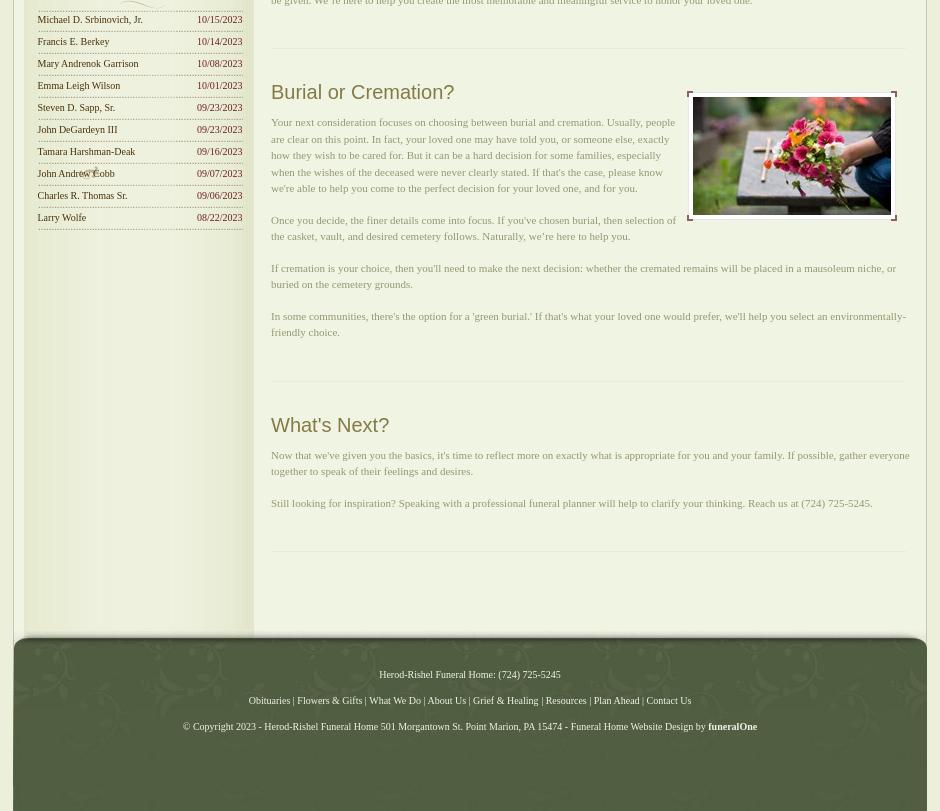  What do you see at coordinates (330, 422) in the screenshot?
I see `'What's Next?'` at bounding box center [330, 422].